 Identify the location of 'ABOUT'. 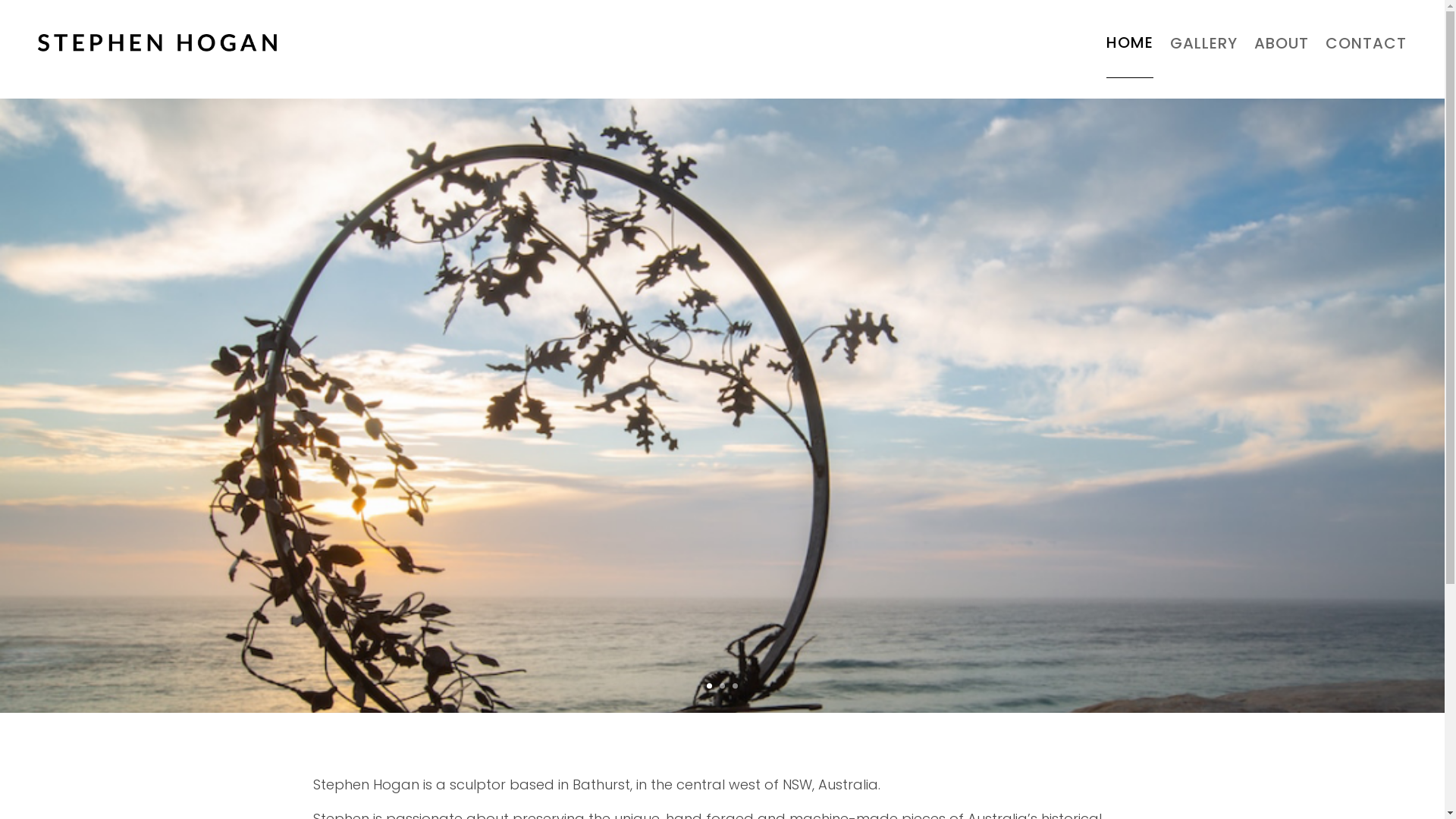
(1254, 42).